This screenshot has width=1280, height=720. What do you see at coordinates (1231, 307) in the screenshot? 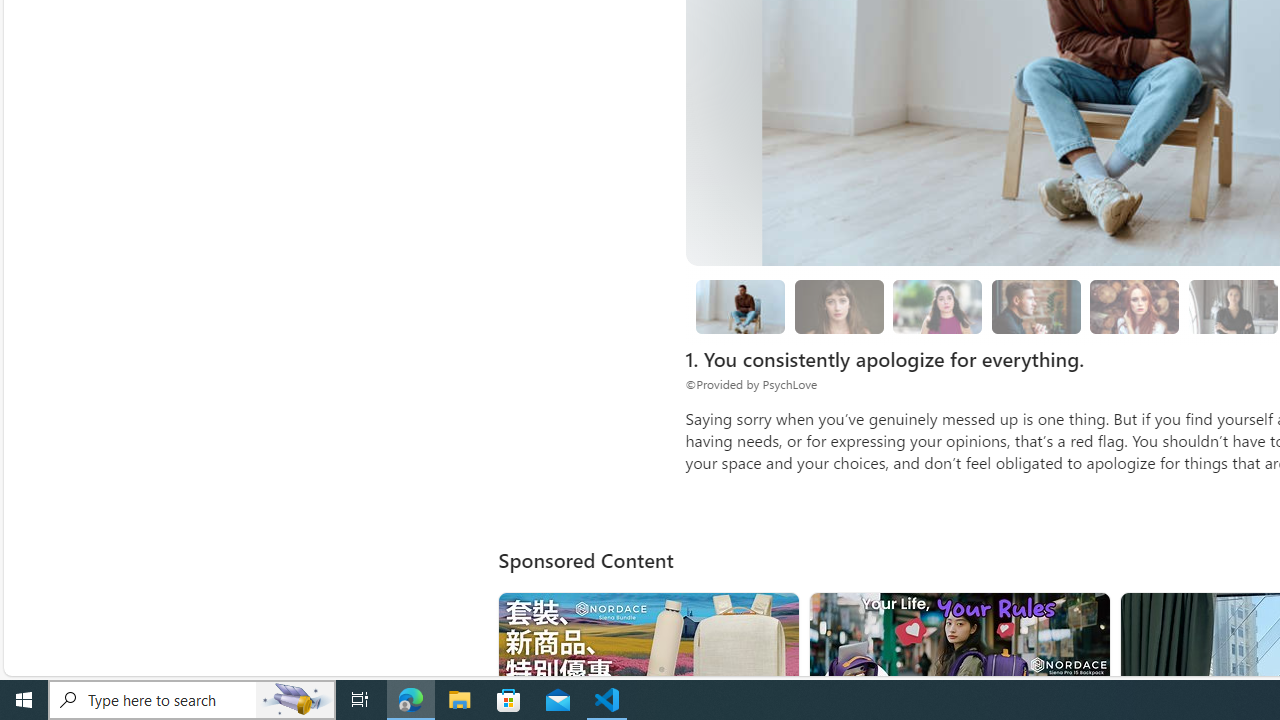
I see `'8. Surround yourself with solution-oriented people.'` at bounding box center [1231, 307].